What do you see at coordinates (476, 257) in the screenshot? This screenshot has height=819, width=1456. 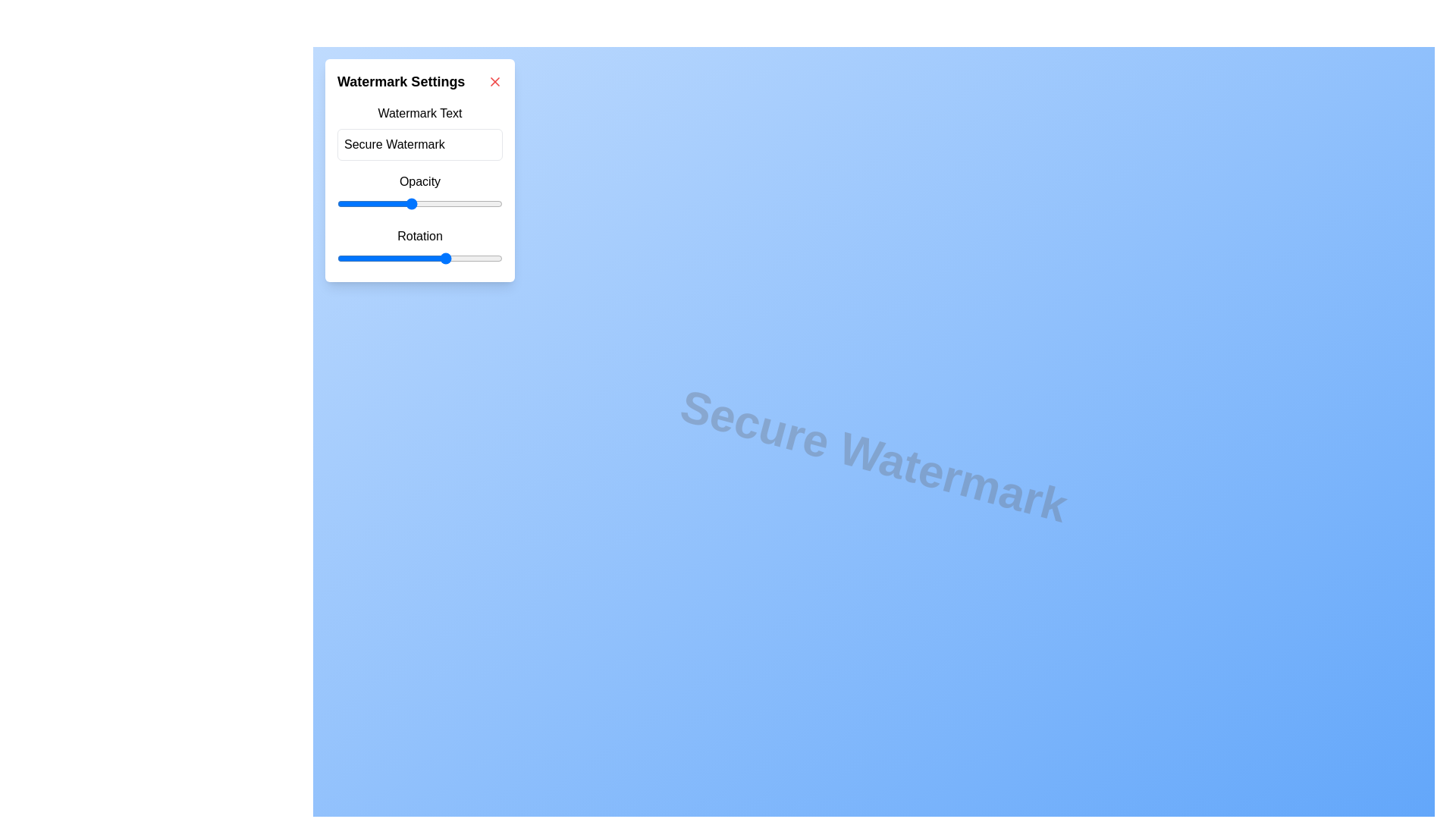 I see `the rotation value` at bounding box center [476, 257].